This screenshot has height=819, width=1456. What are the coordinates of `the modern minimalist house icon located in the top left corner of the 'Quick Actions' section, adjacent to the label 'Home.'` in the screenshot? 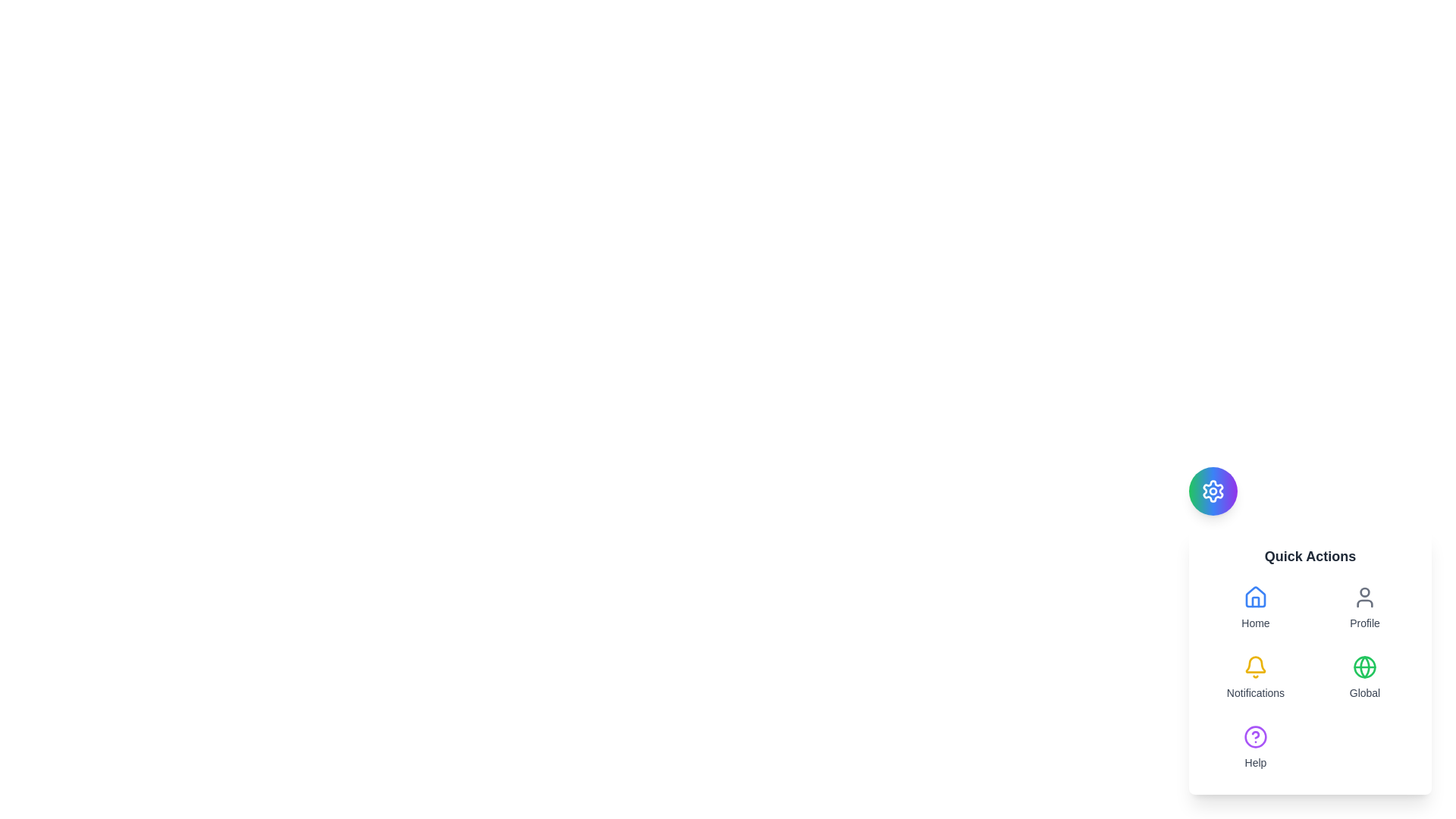 It's located at (1256, 595).